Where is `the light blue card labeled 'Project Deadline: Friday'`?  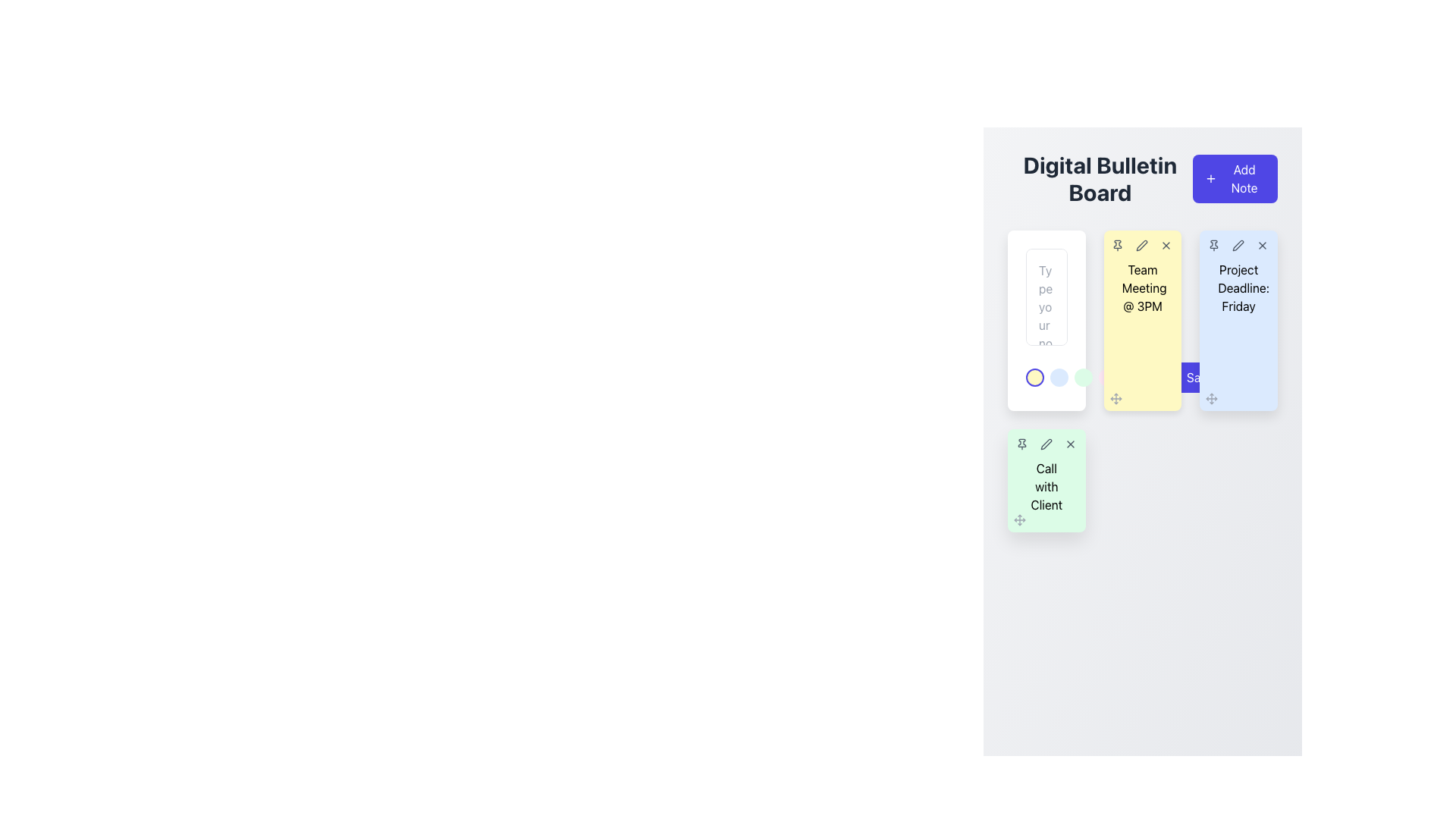
the light blue card labeled 'Project Deadline: Friday' is located at coordinates (1238, 320).